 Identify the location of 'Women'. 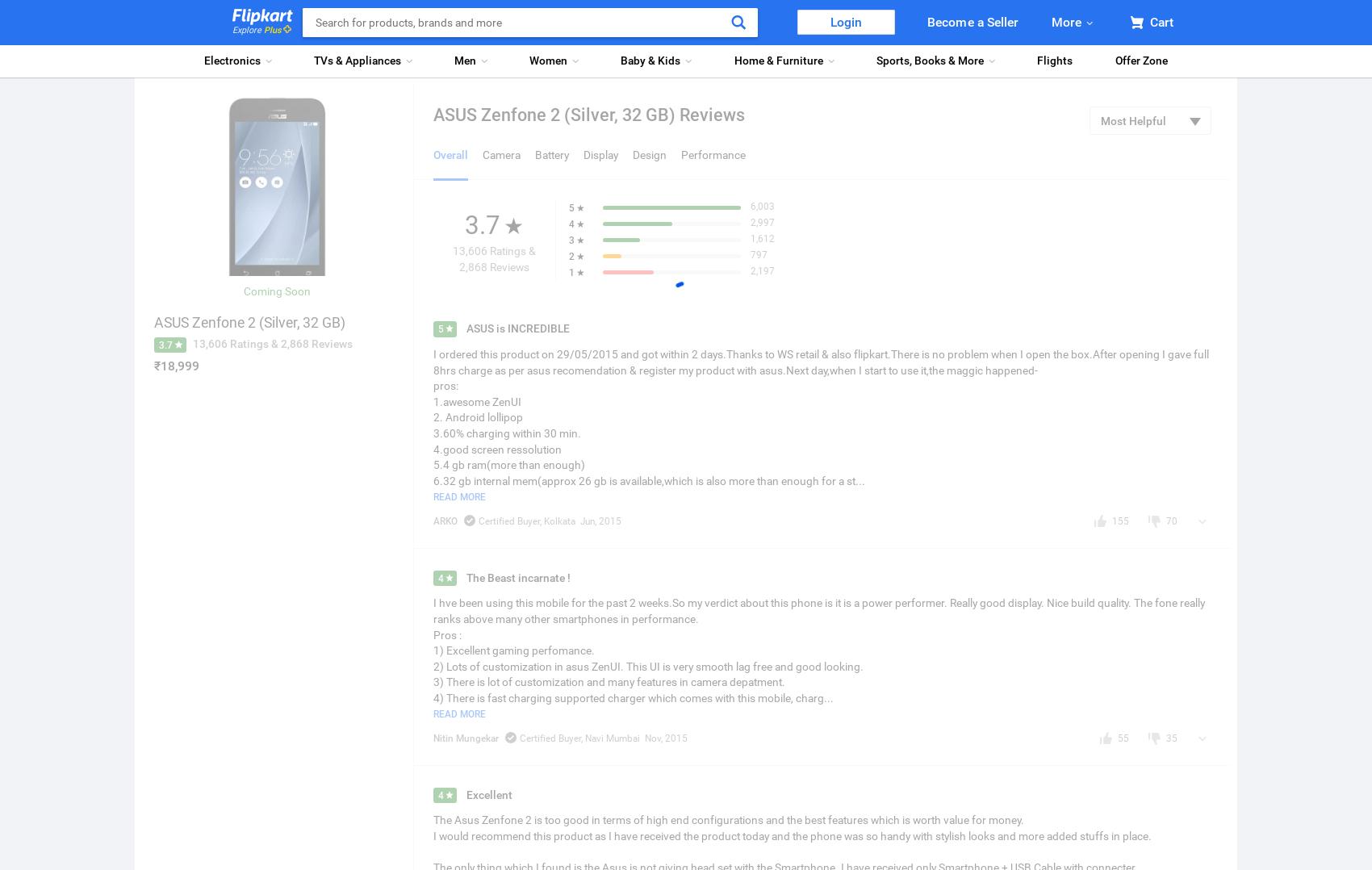
(548, 61).